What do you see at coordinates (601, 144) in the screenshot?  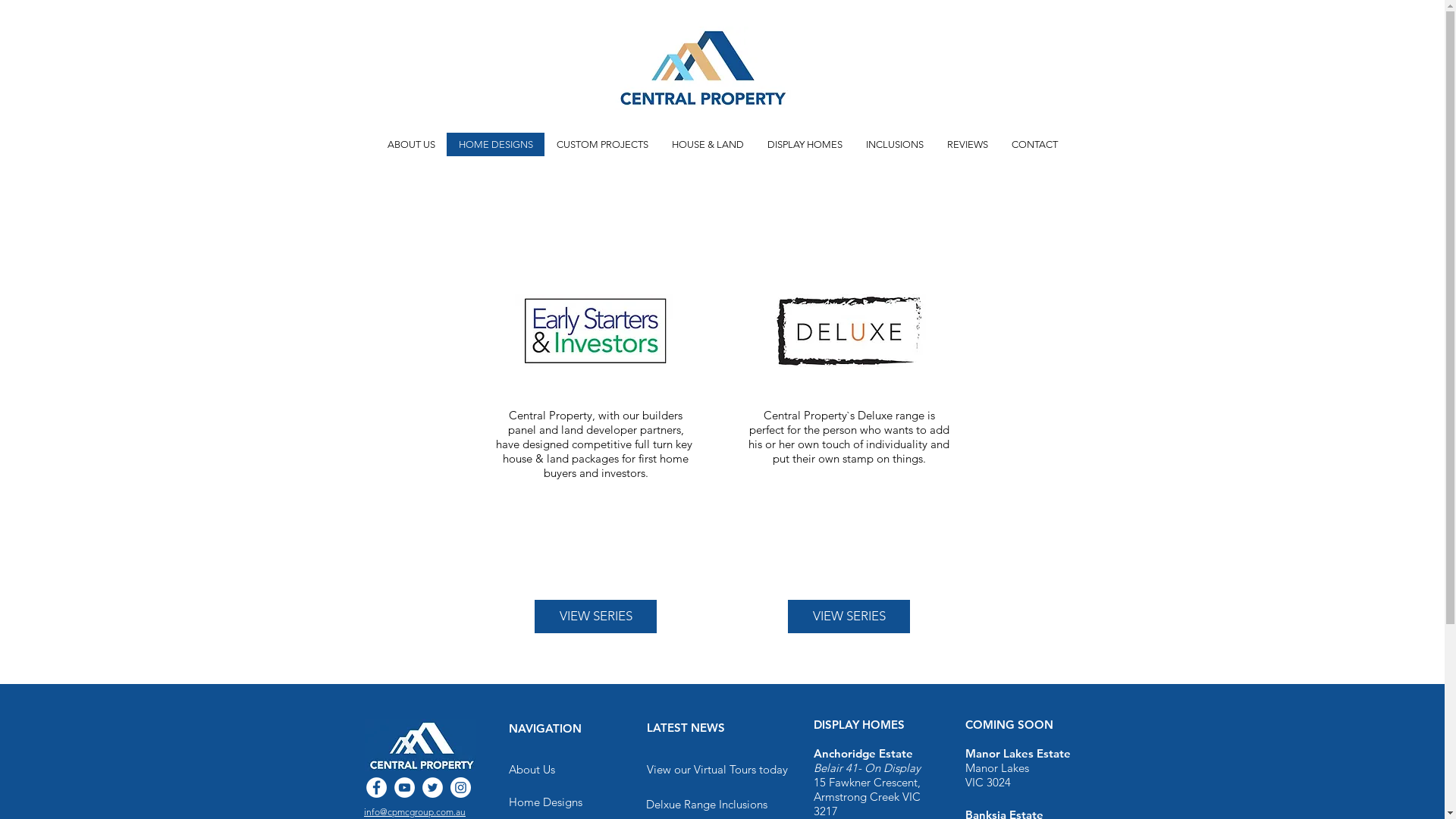 I see `'CUSTOM PROJECTS'` at bounding box center [601, 144].